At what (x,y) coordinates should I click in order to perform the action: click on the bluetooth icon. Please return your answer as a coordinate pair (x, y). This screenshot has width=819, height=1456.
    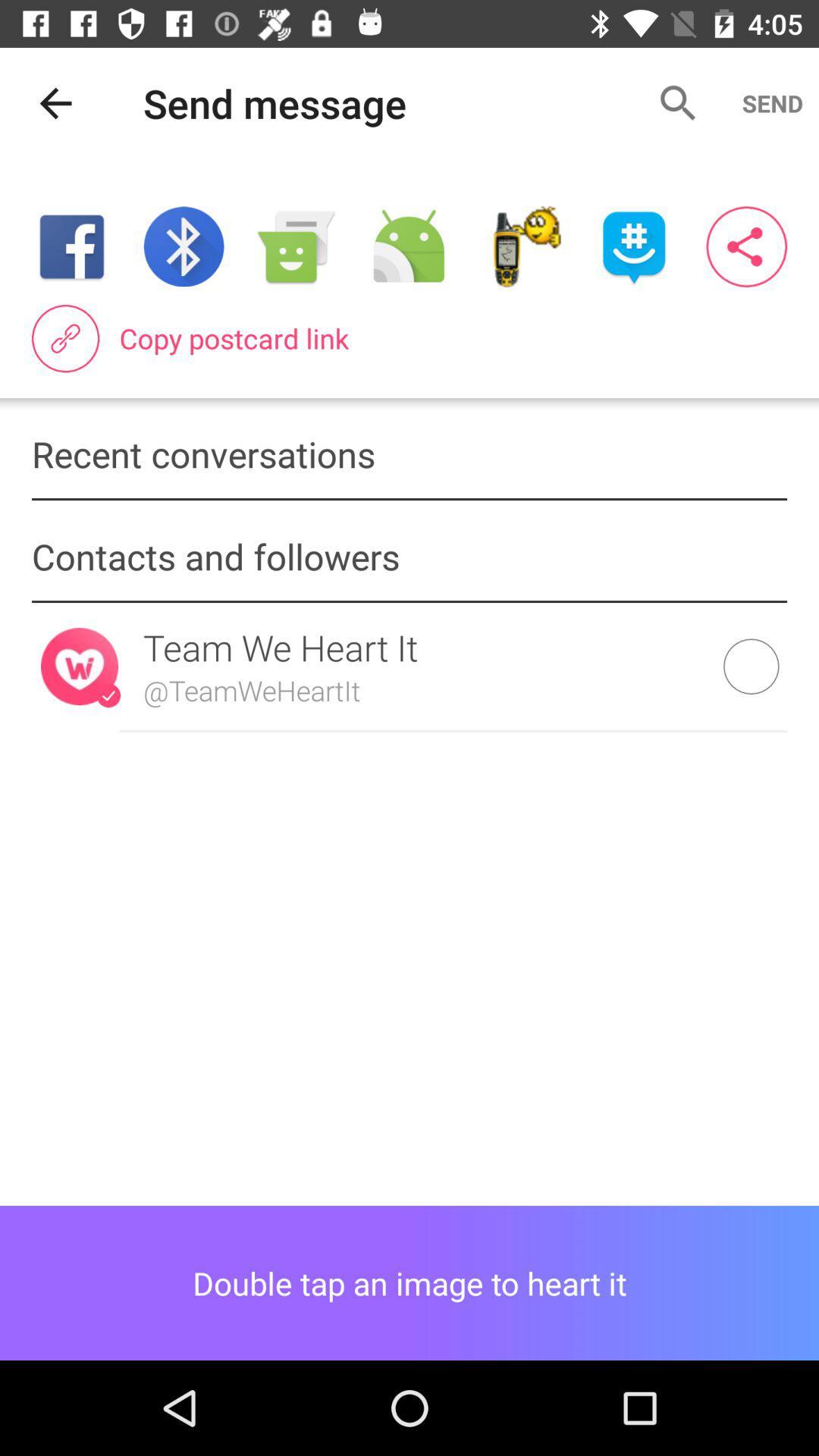
    Looking at the image, I should click on (183, 246).